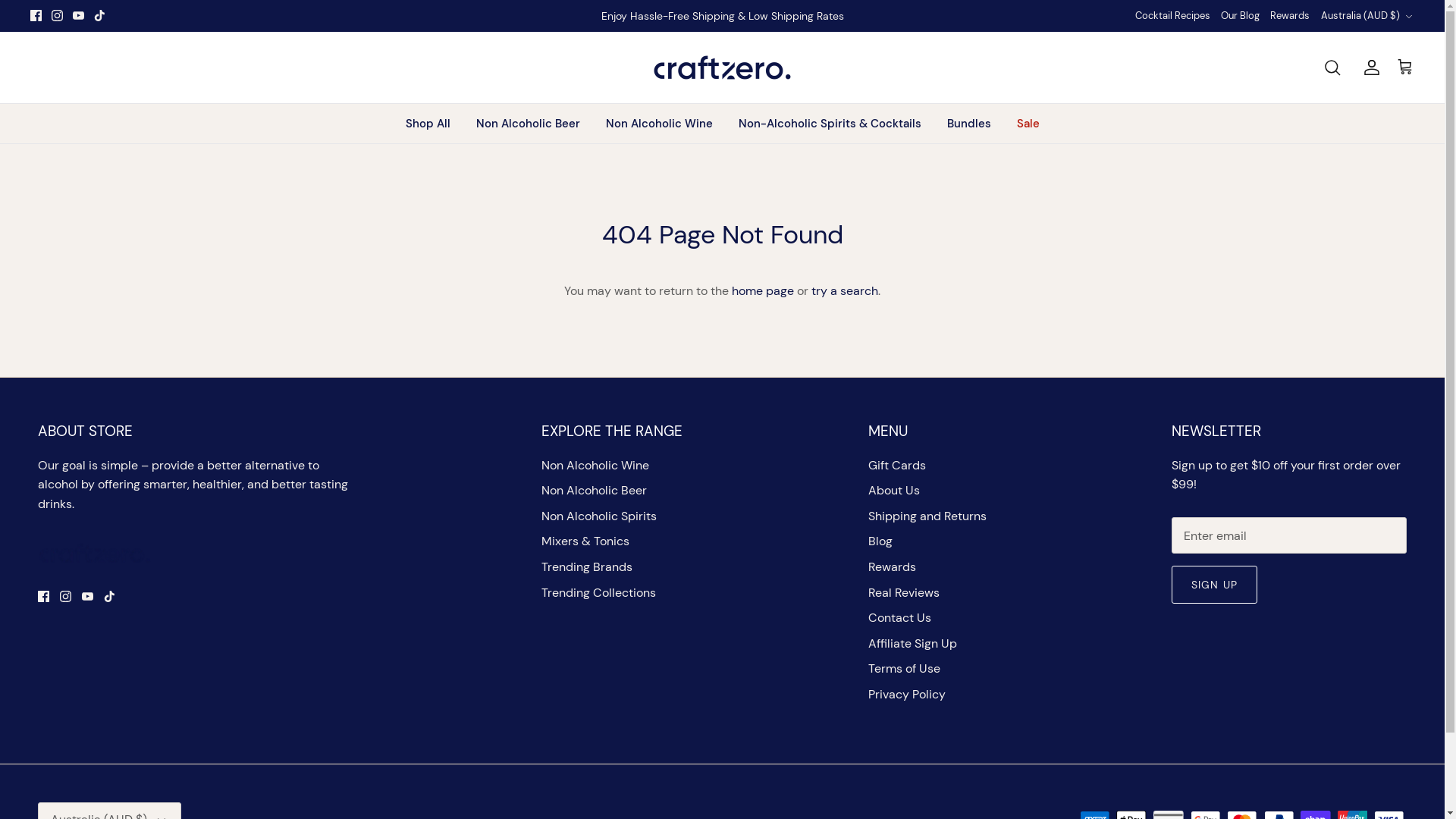 The image size is (1456, 819). Describe the element at coordinates (763, 290) in the screenshot. I see `'home page'` at that location.